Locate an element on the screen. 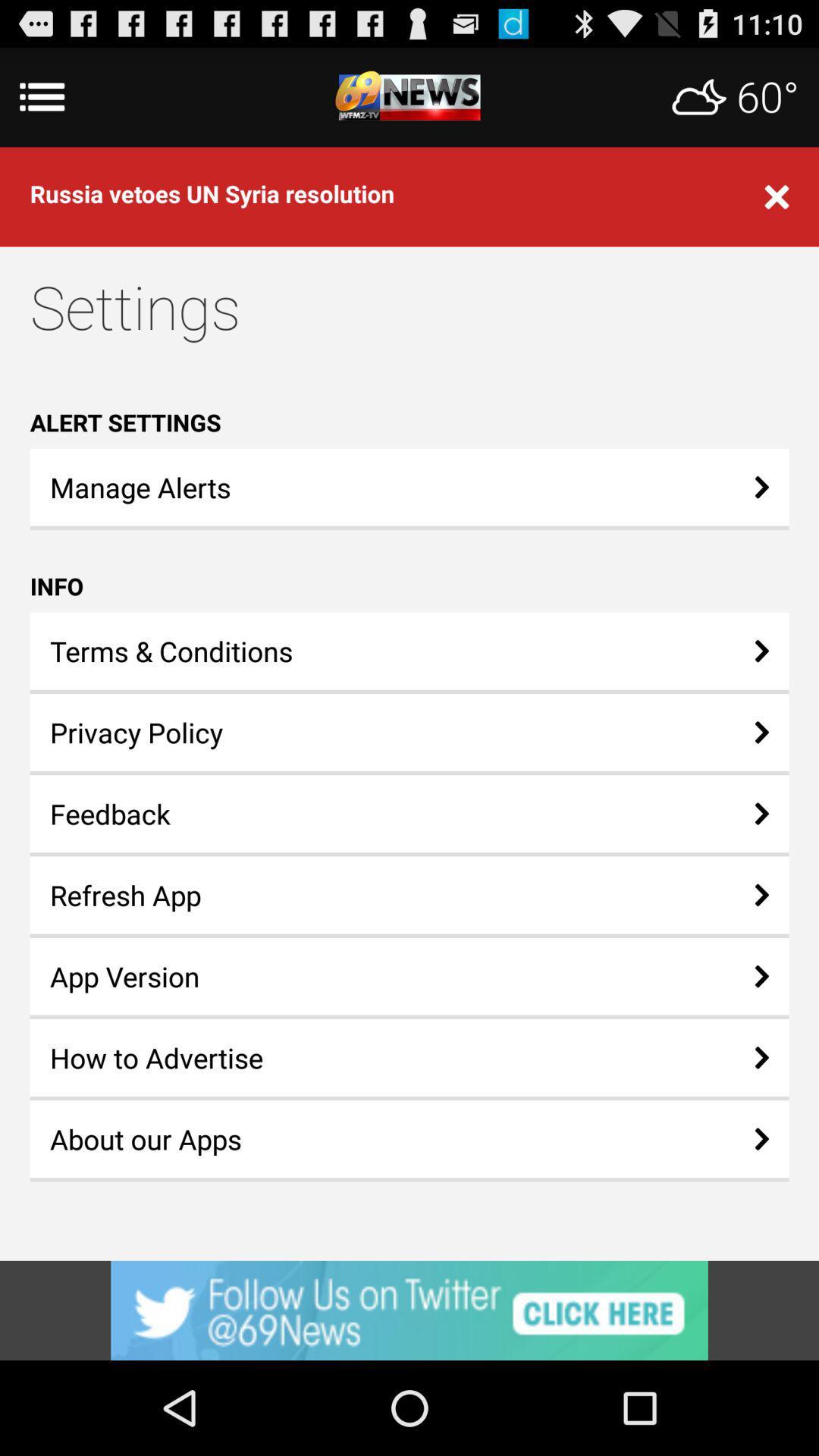 This screenshot has width=819, height=1456. follow the site on twitter is located at coordinates (409, 1310).